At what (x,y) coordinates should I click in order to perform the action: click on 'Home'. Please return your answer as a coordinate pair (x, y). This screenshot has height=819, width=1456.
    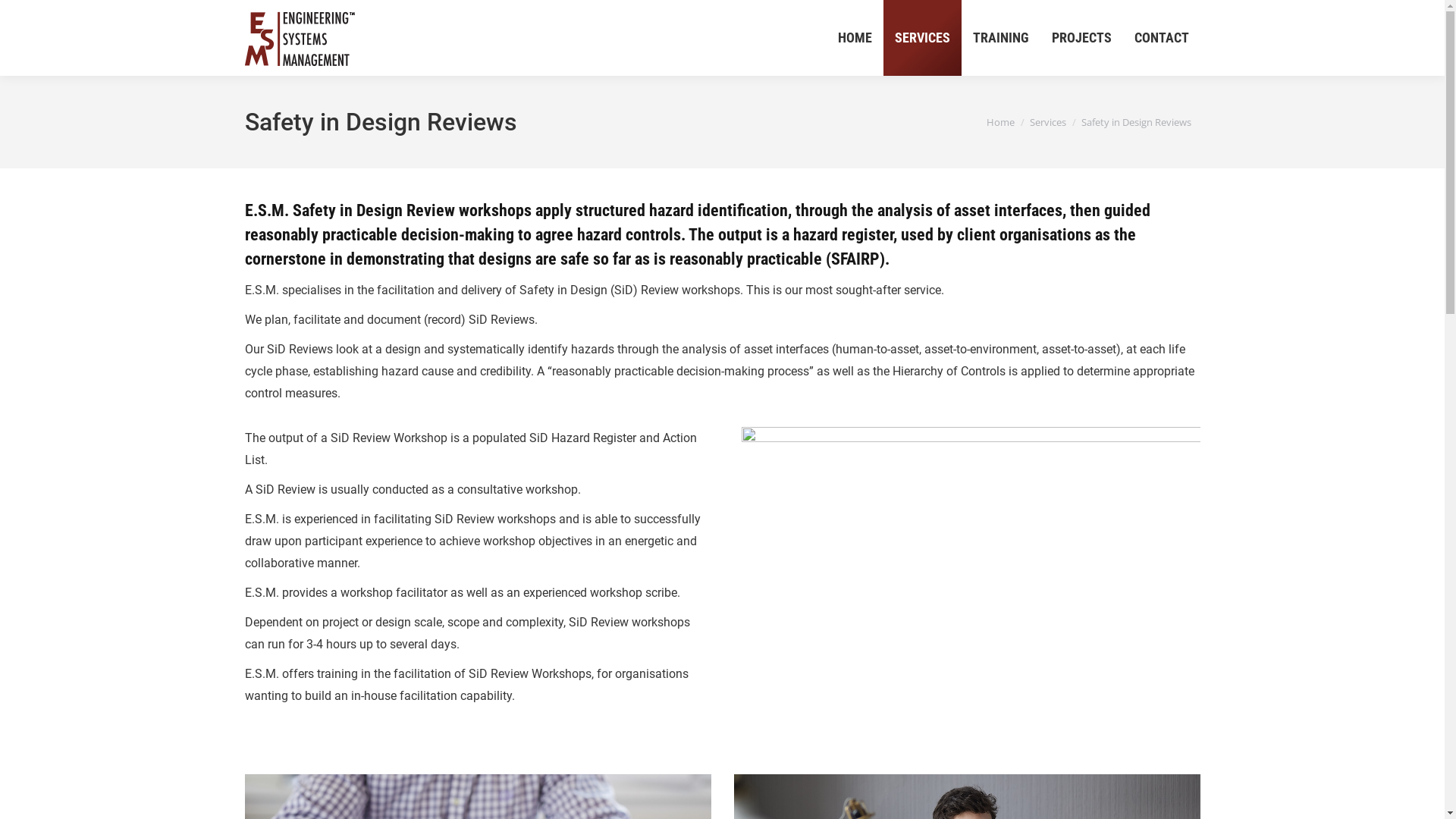
    Looking at the image, I should click on (999, 121).